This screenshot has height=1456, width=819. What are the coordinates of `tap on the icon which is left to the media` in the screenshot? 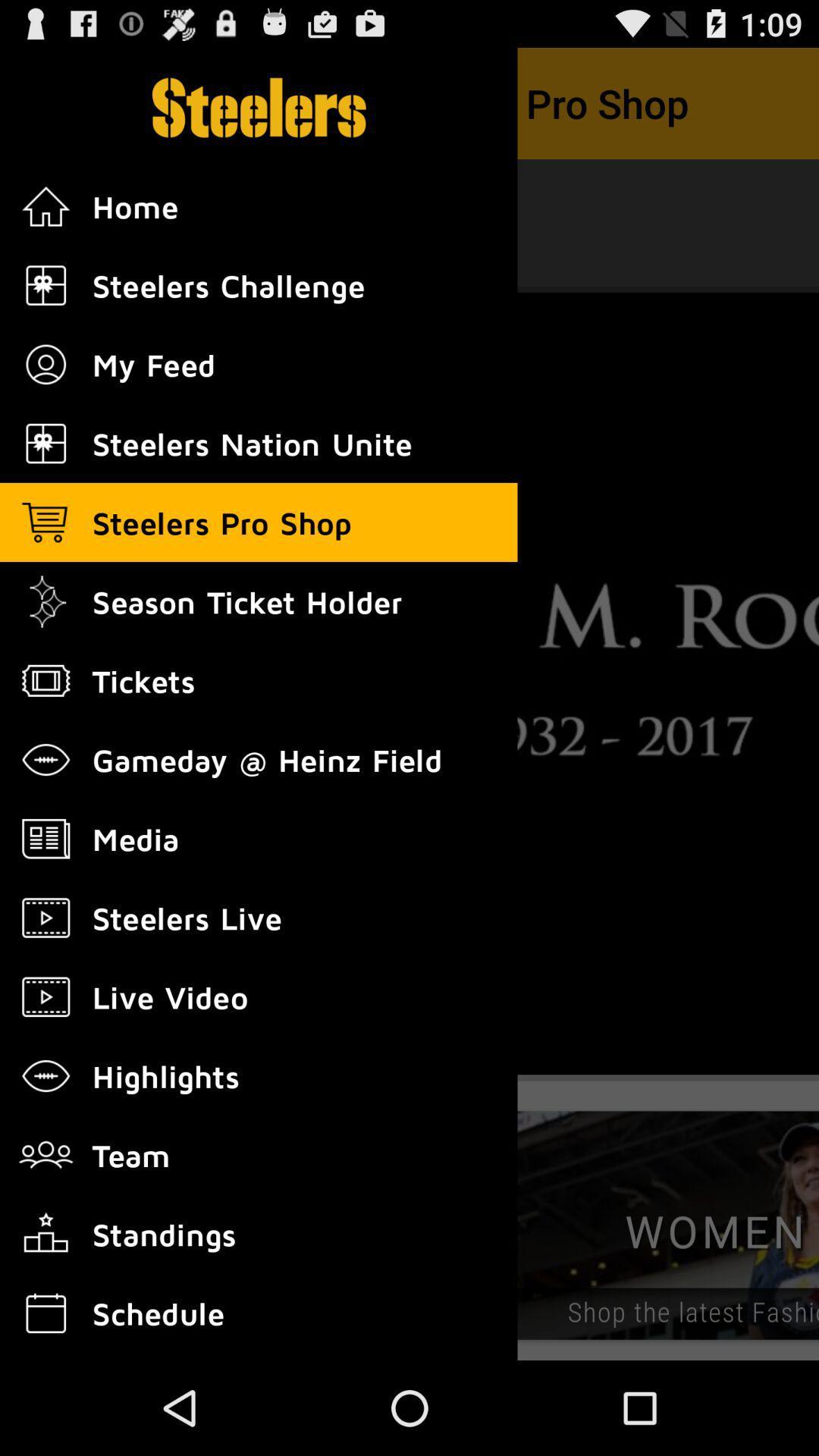 It's located at (45, 837).